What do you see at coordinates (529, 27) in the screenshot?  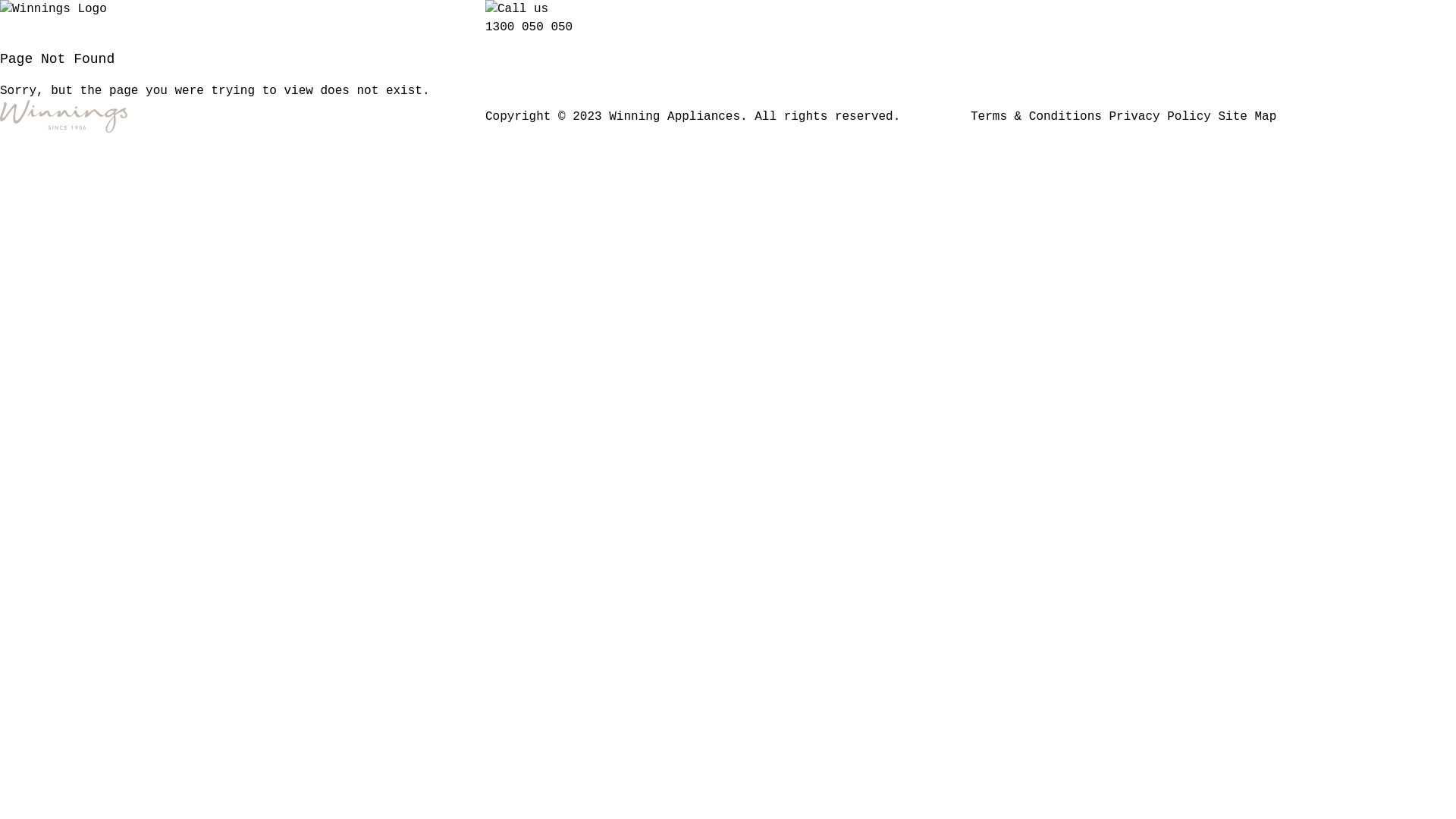 I see `'1300 050 050'` at bounding box center [529, 27].